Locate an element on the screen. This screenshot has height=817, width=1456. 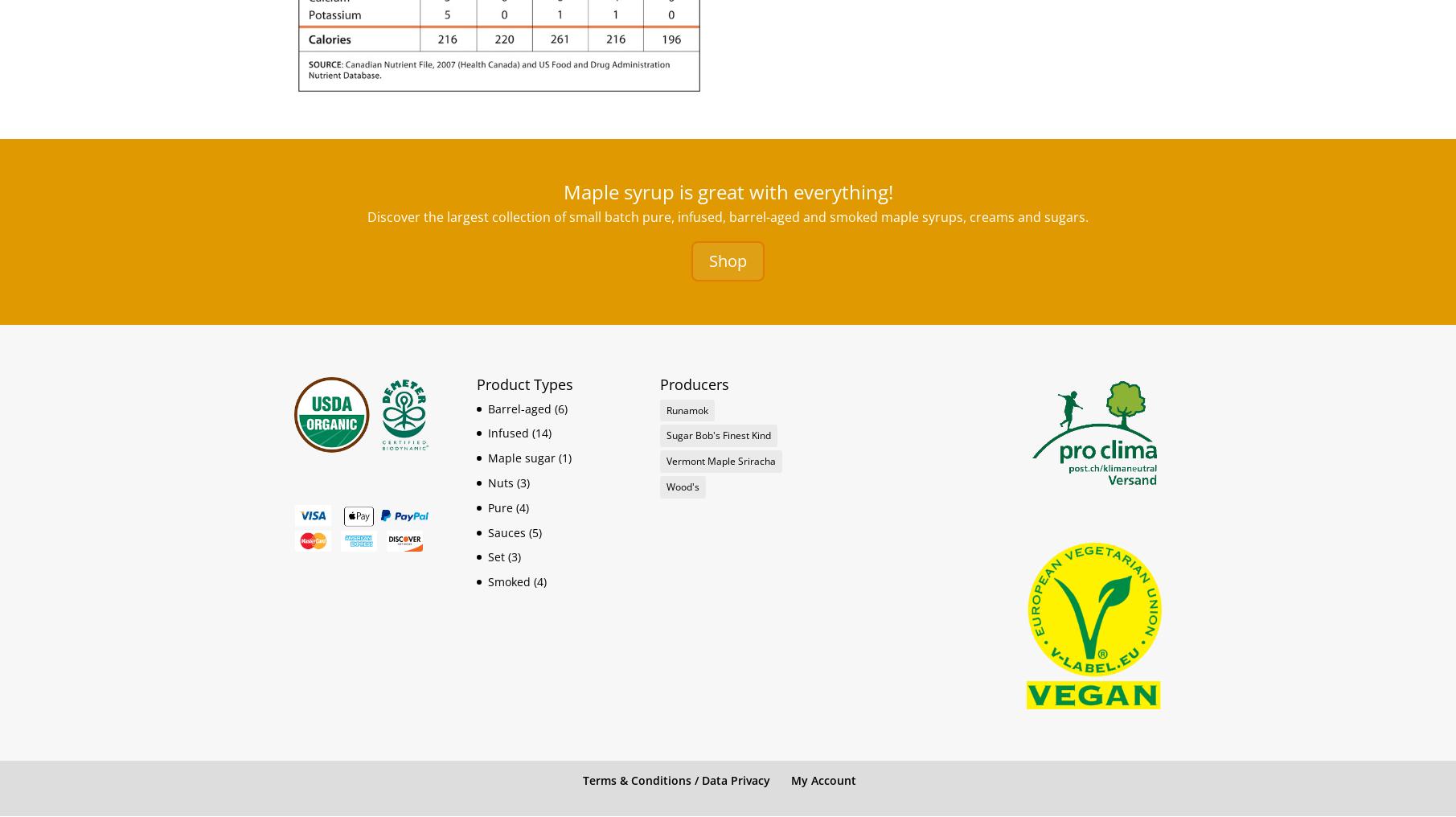
'Vermont Maple Sriracha' is located at coordinates (720, 461).